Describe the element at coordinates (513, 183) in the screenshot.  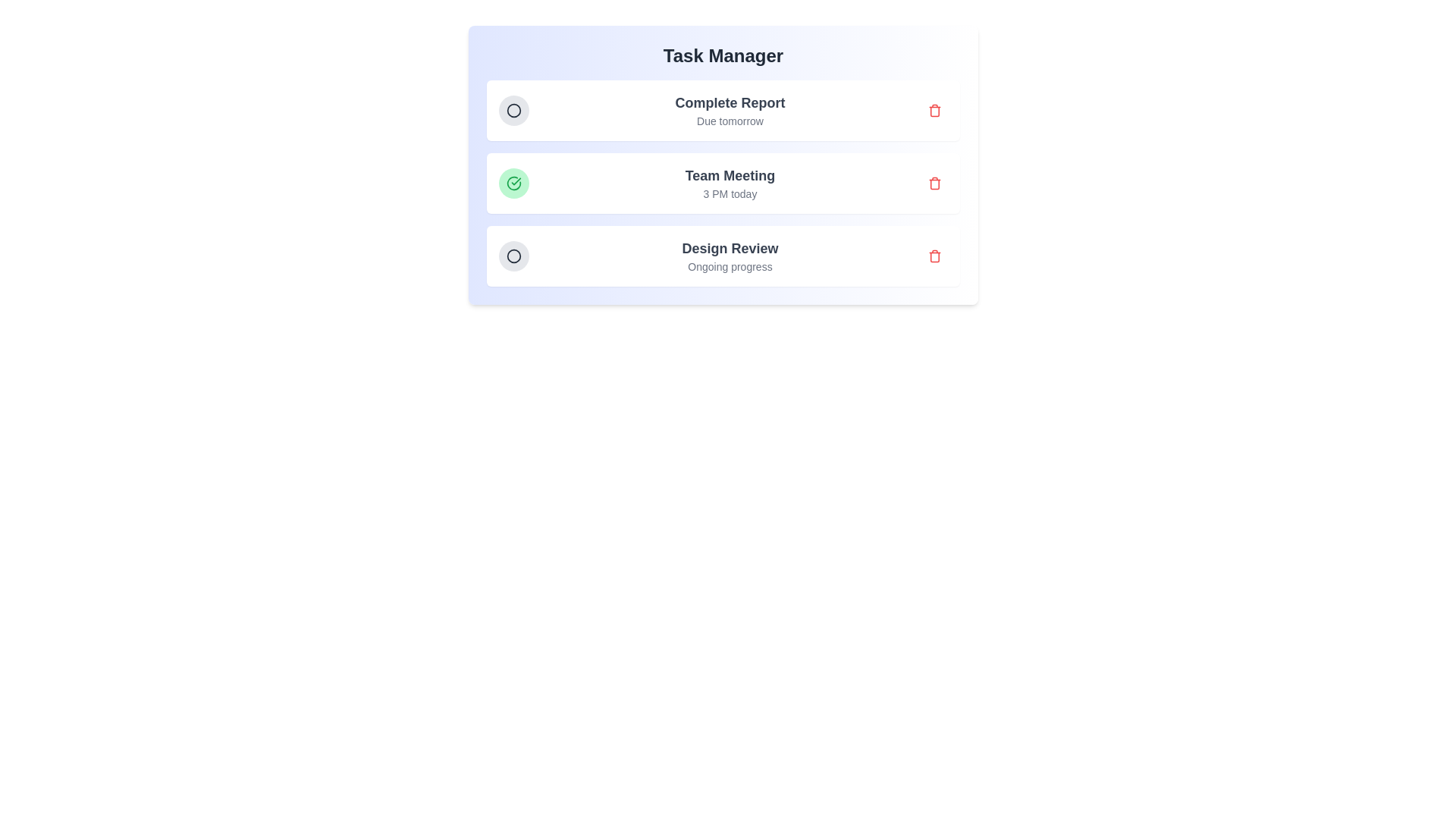
I see `the button located to the left of the 'Team Meeting' text in the second row of the task manager interface to indicate completion` at that location.